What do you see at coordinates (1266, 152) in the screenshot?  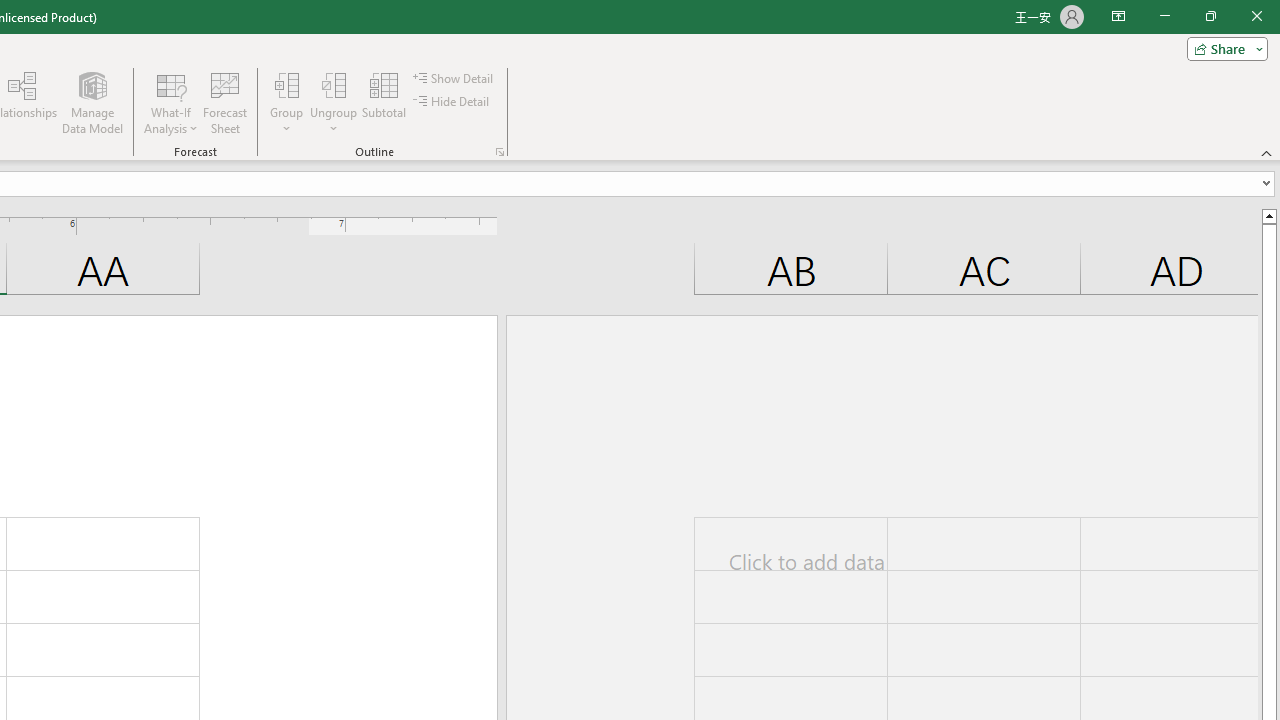 I see `'Collapse the Ribbon'` at bounding box center [1266, 152].